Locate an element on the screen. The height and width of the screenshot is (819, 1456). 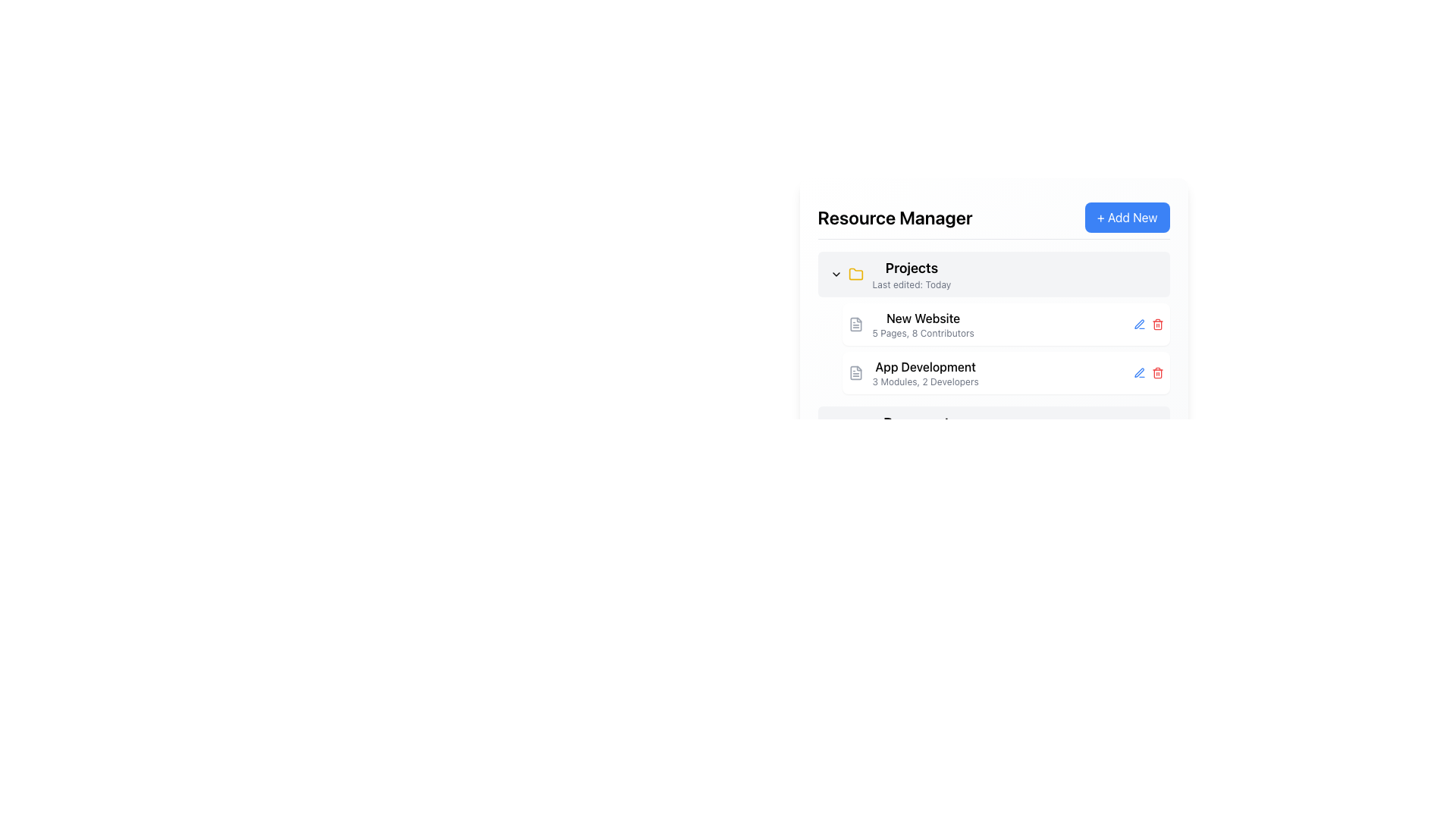
the dropdown indicator SVG icon next to the 'Projects' section is located at coordinates (835, 275).